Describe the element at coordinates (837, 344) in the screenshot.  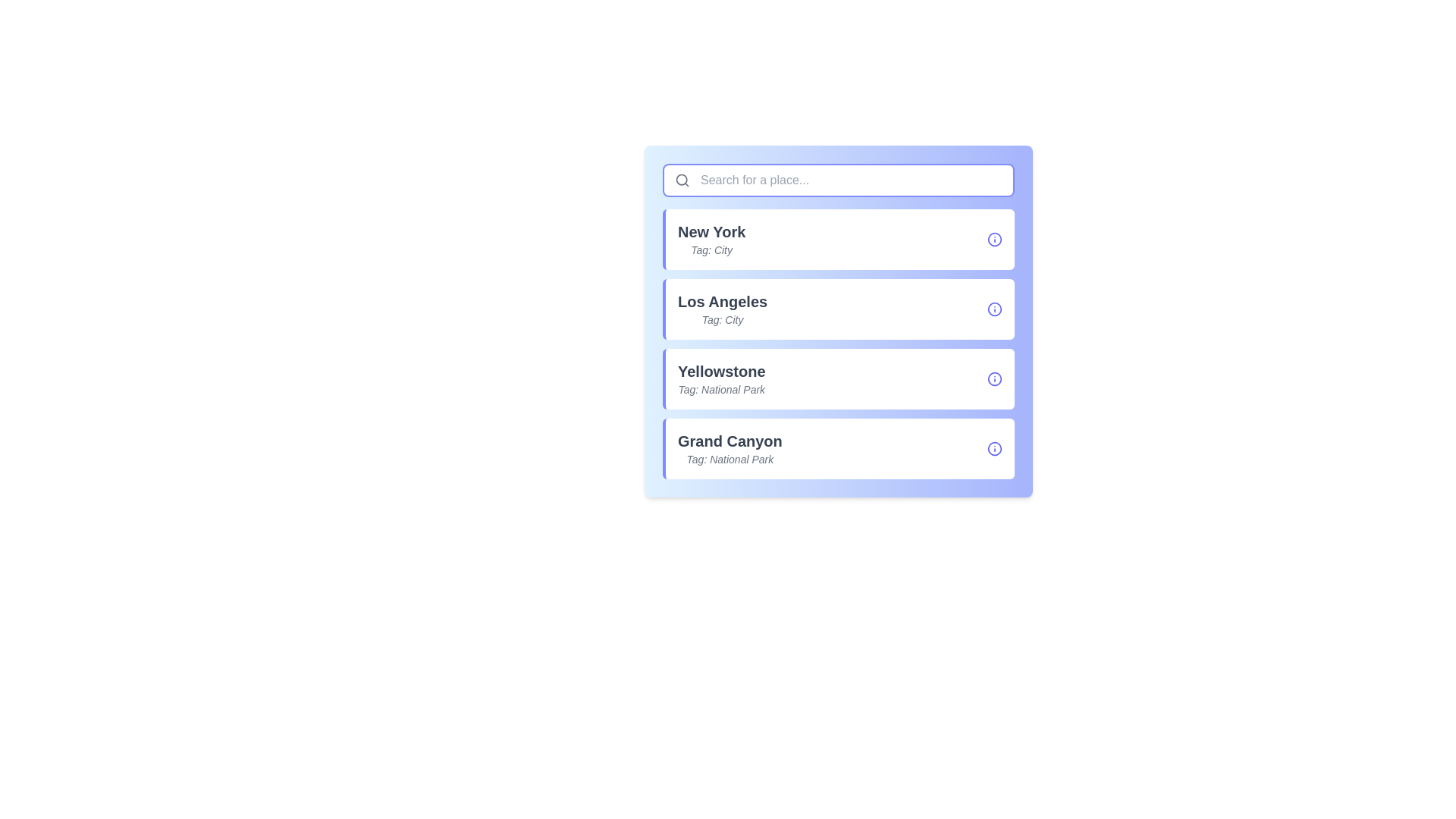
I see `the second location card` at that location.